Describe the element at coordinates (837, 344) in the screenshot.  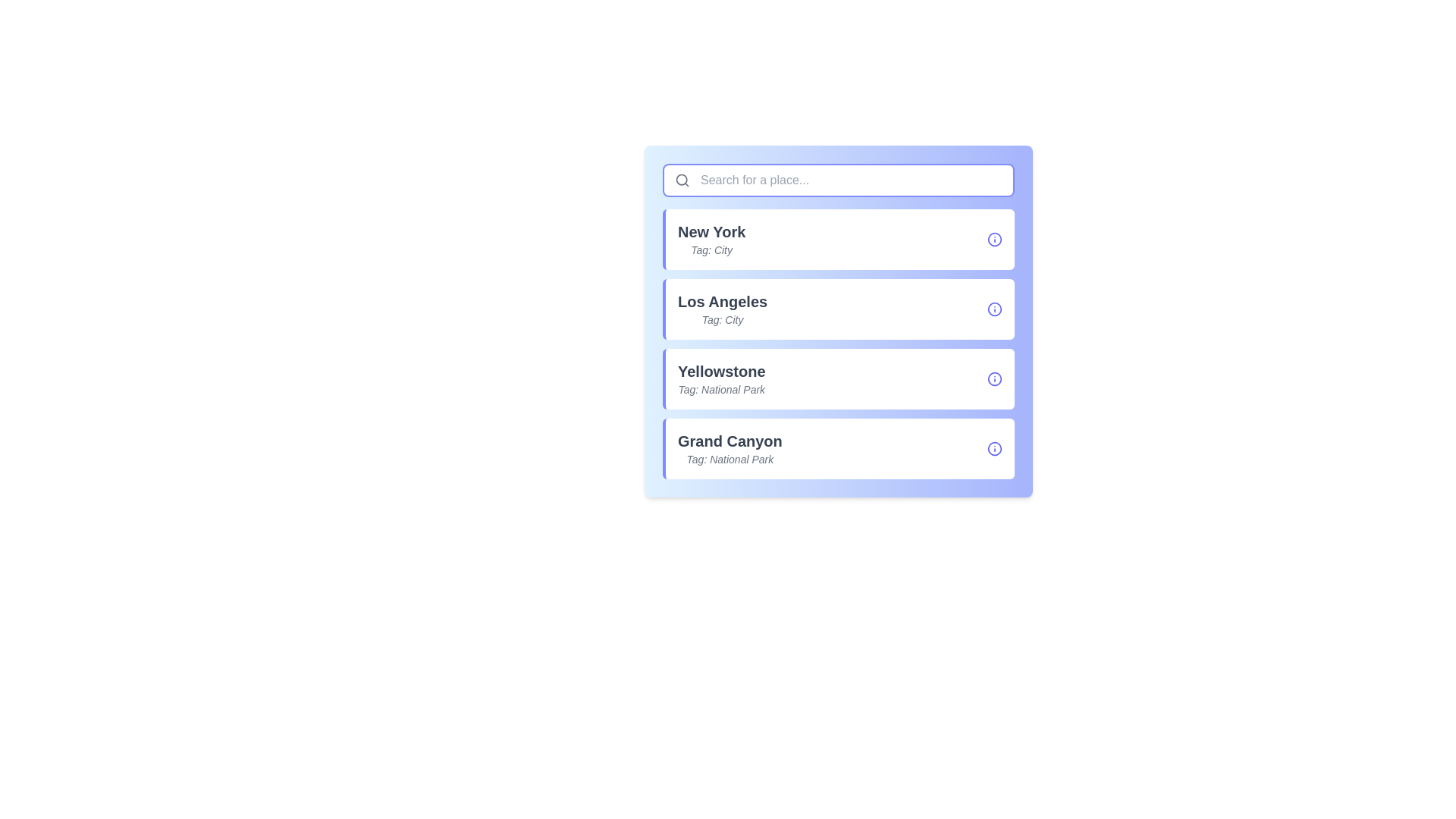
I see `the second location card` at that location.